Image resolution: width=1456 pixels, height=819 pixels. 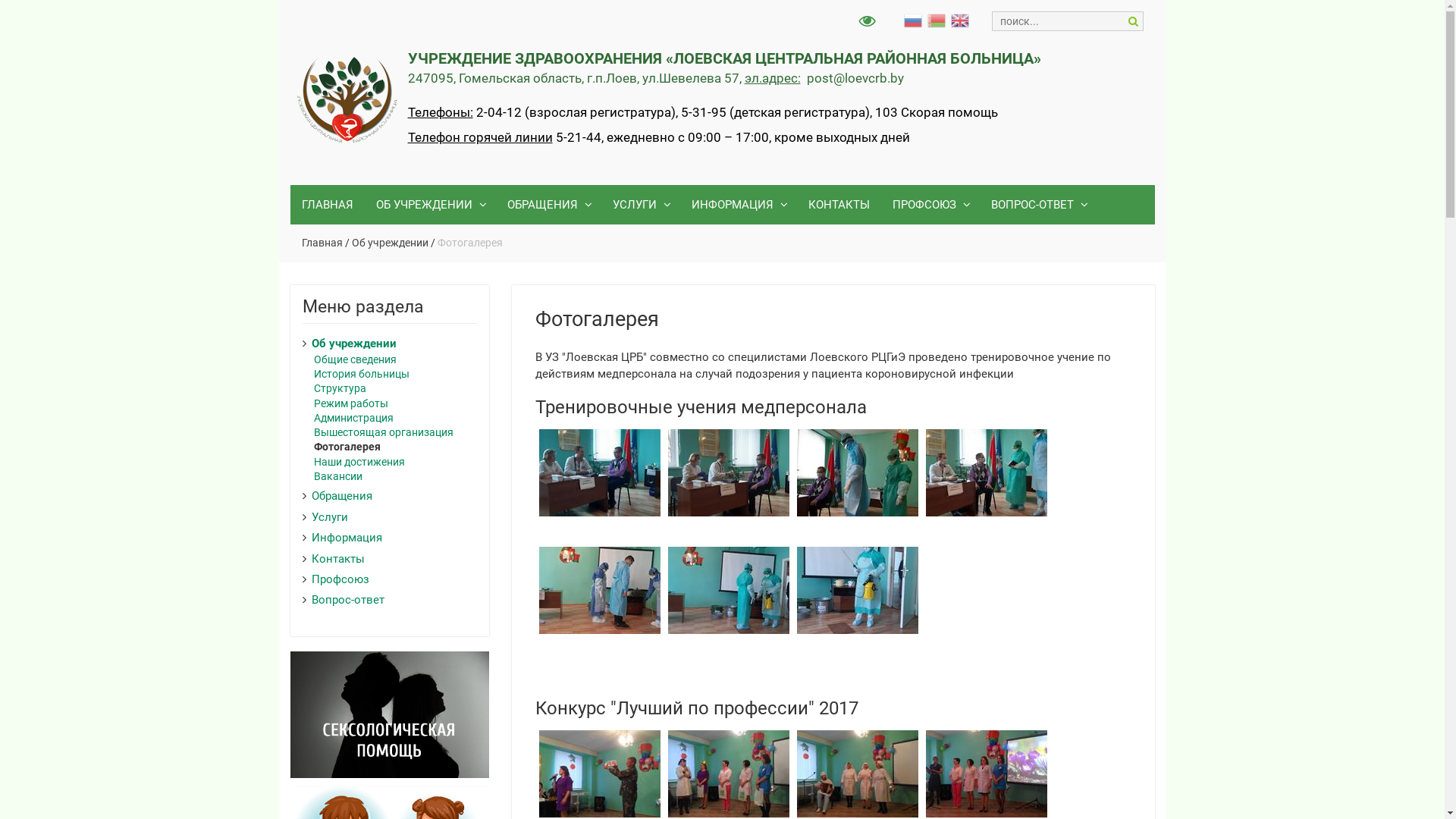 What do you see at coordinates (806, 78) in the screenshot?
I see `'post@loevcrb.by'` at bounding box center [806, 78].